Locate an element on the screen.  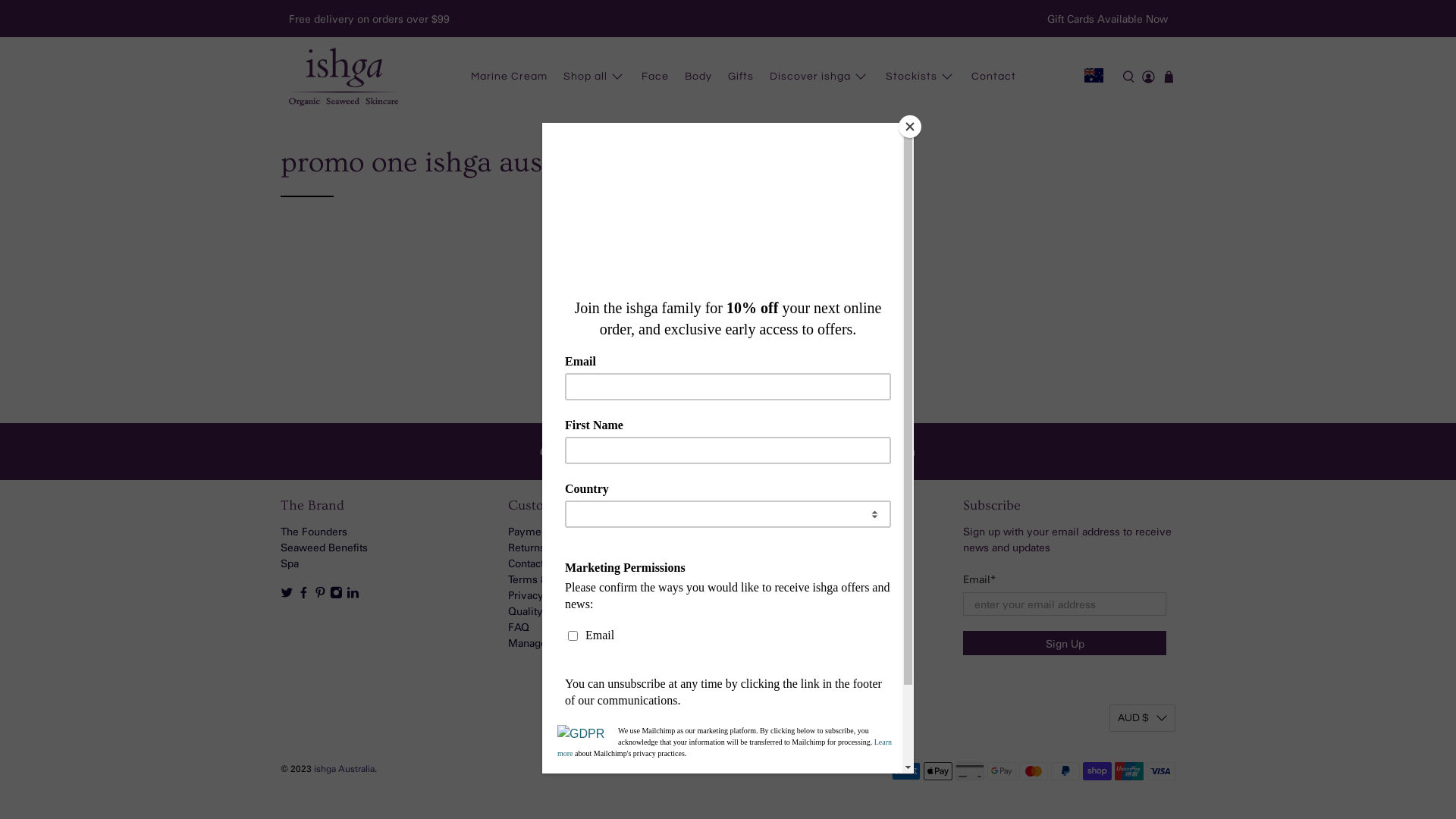
'Terms & Conditions' is located at coordinates (508, 579).